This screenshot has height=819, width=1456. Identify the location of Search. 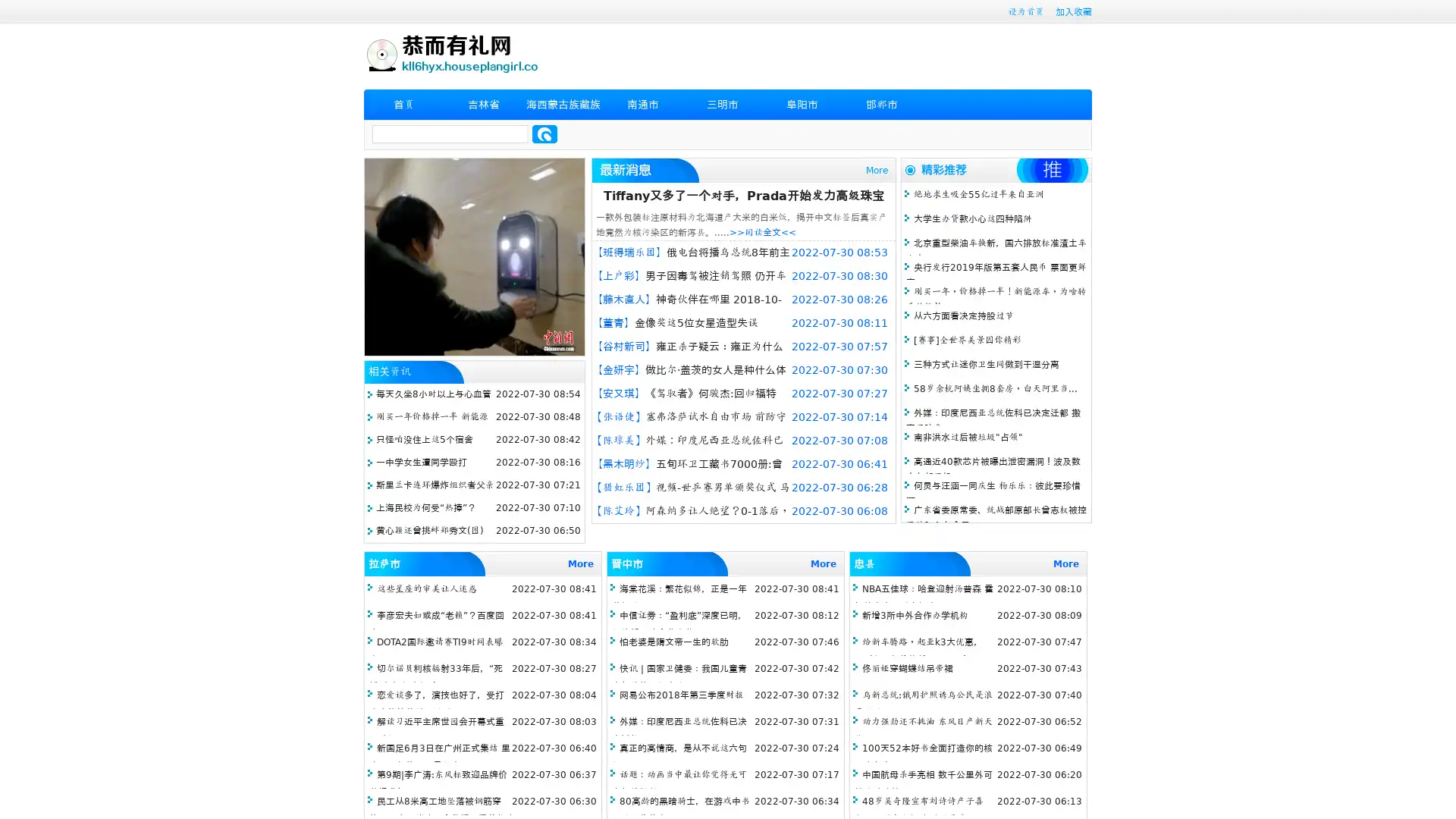
(544, 133).